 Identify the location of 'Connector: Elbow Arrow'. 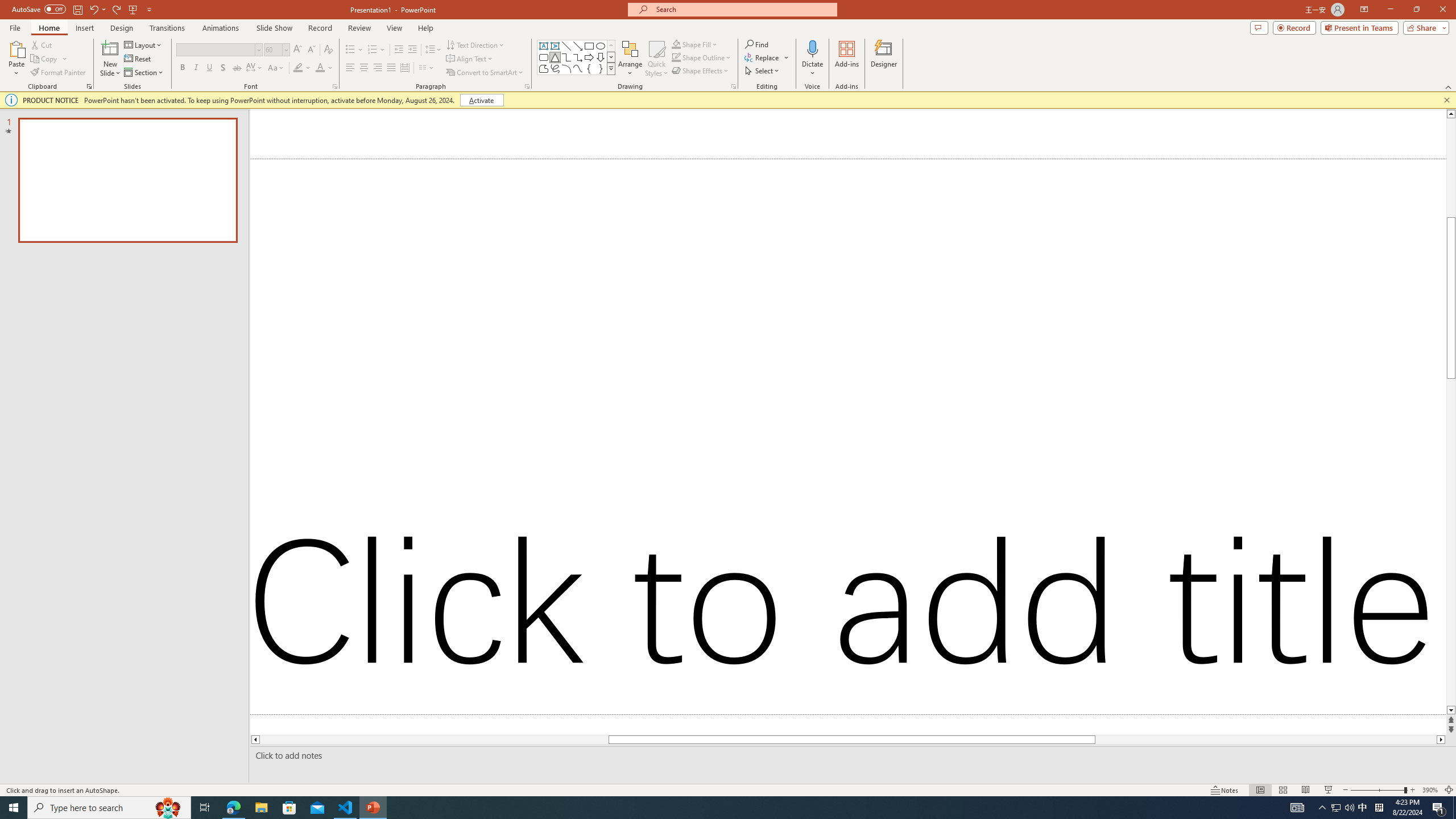
(577, 56).